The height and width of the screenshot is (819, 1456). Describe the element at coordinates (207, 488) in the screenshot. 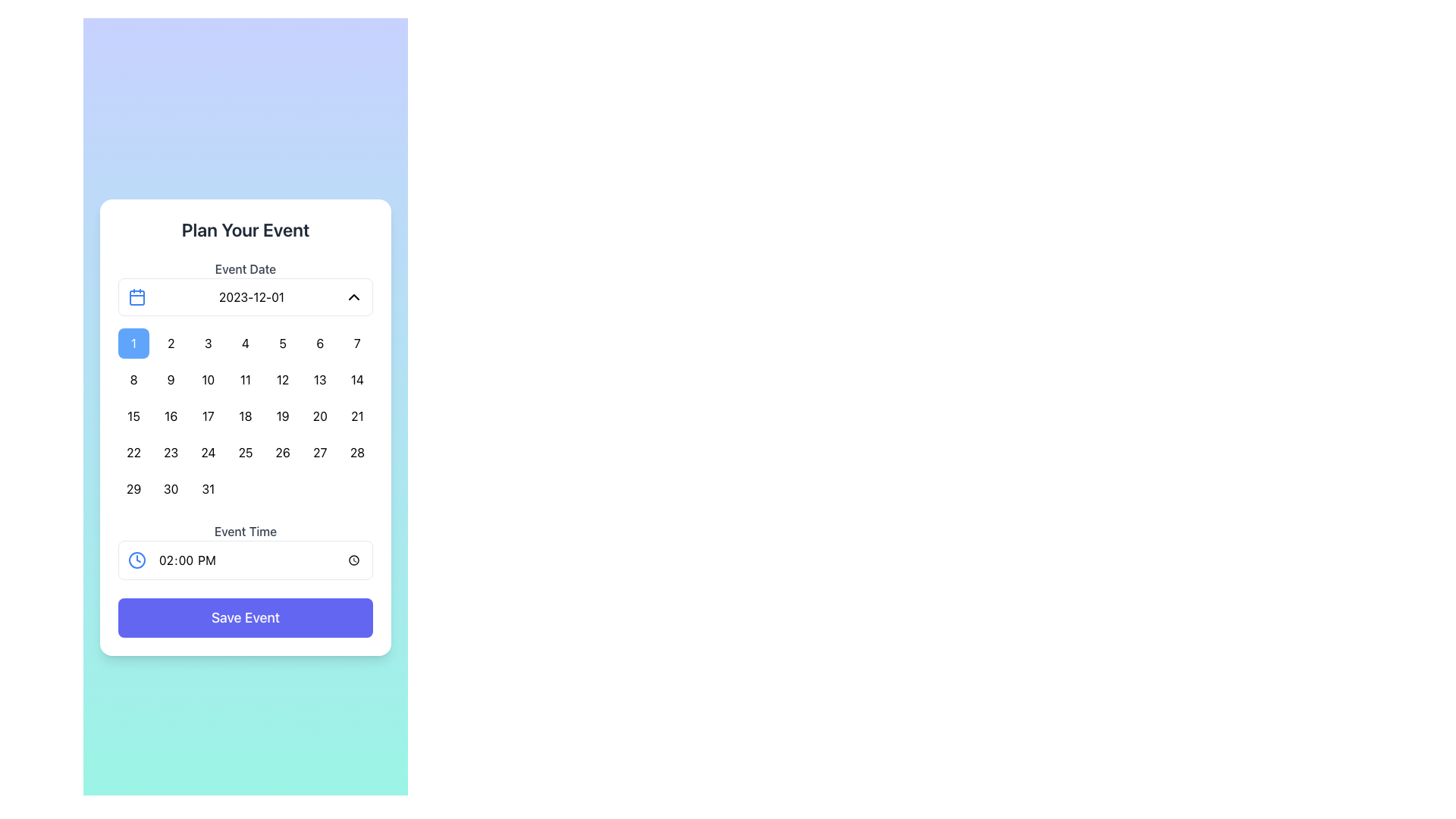

I see `the button displaying the number '31' located in the bottom-right corner of the calendar grid` at that location.